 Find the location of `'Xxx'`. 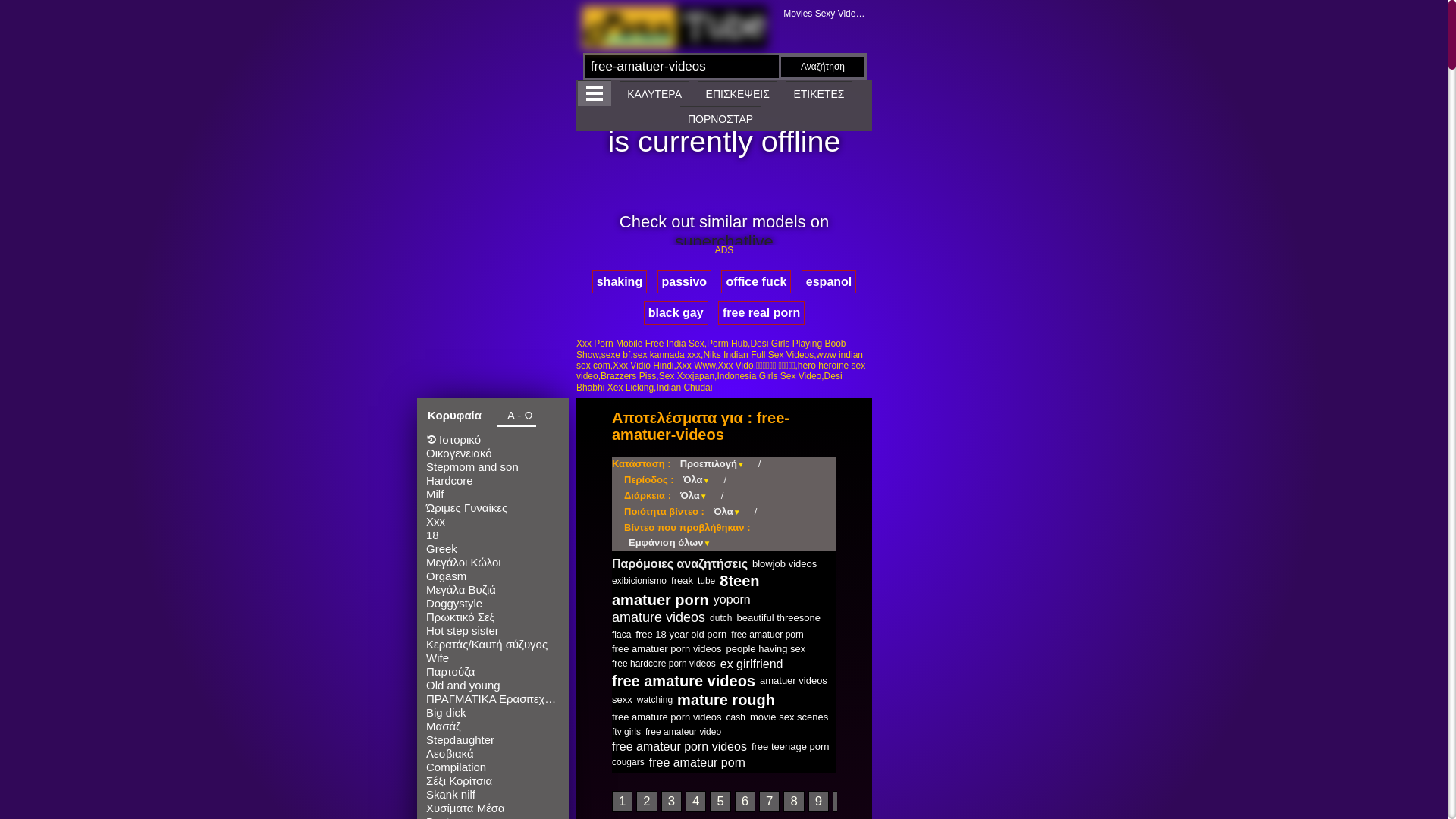

'Xxx' is located at coordinates (492, 520).